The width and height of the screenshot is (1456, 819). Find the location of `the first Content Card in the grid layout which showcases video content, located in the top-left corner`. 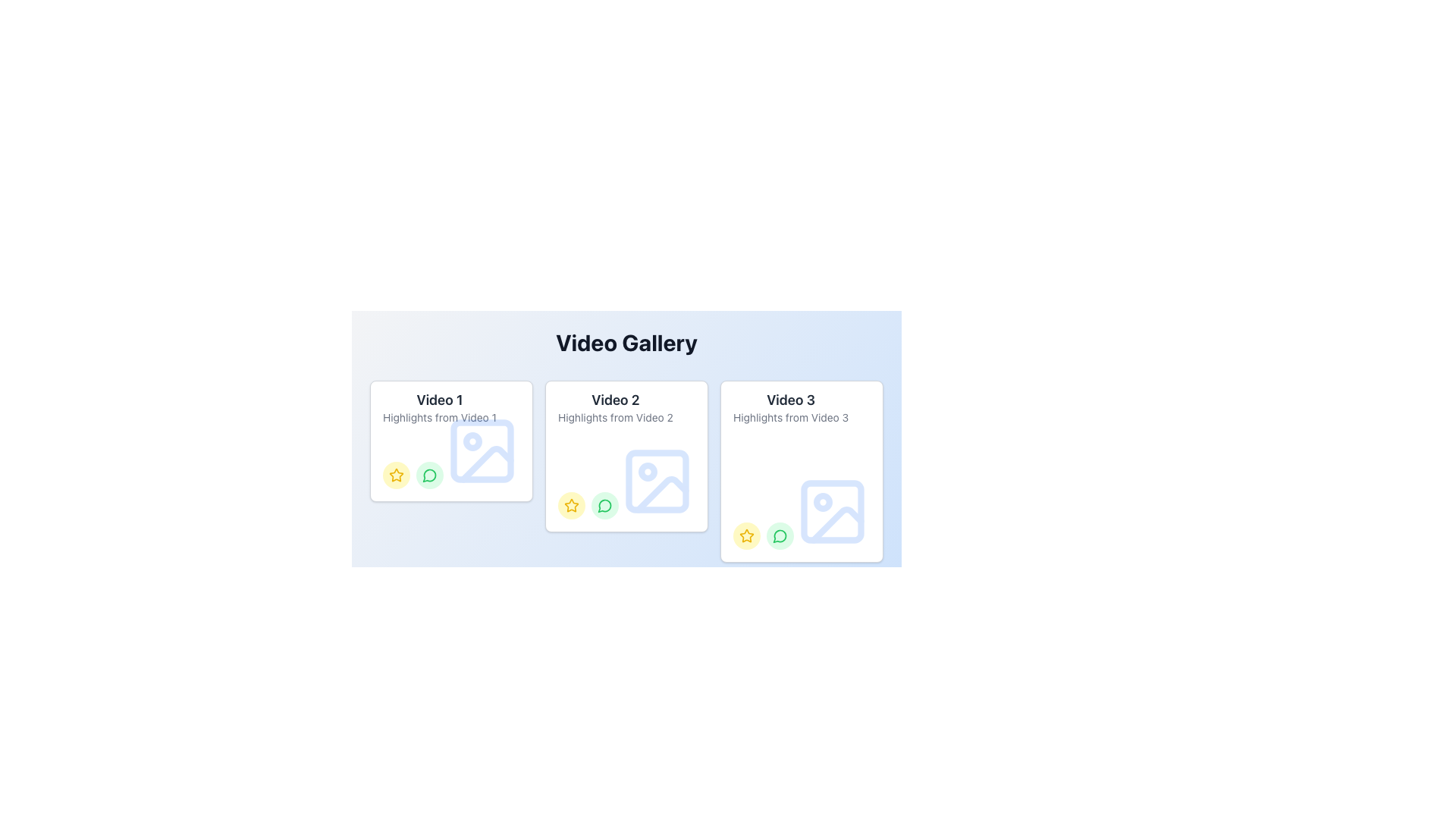

the first Content Card in the grid layout which showcases video content, located in the top-left corner is located at coordinates (450, 441).